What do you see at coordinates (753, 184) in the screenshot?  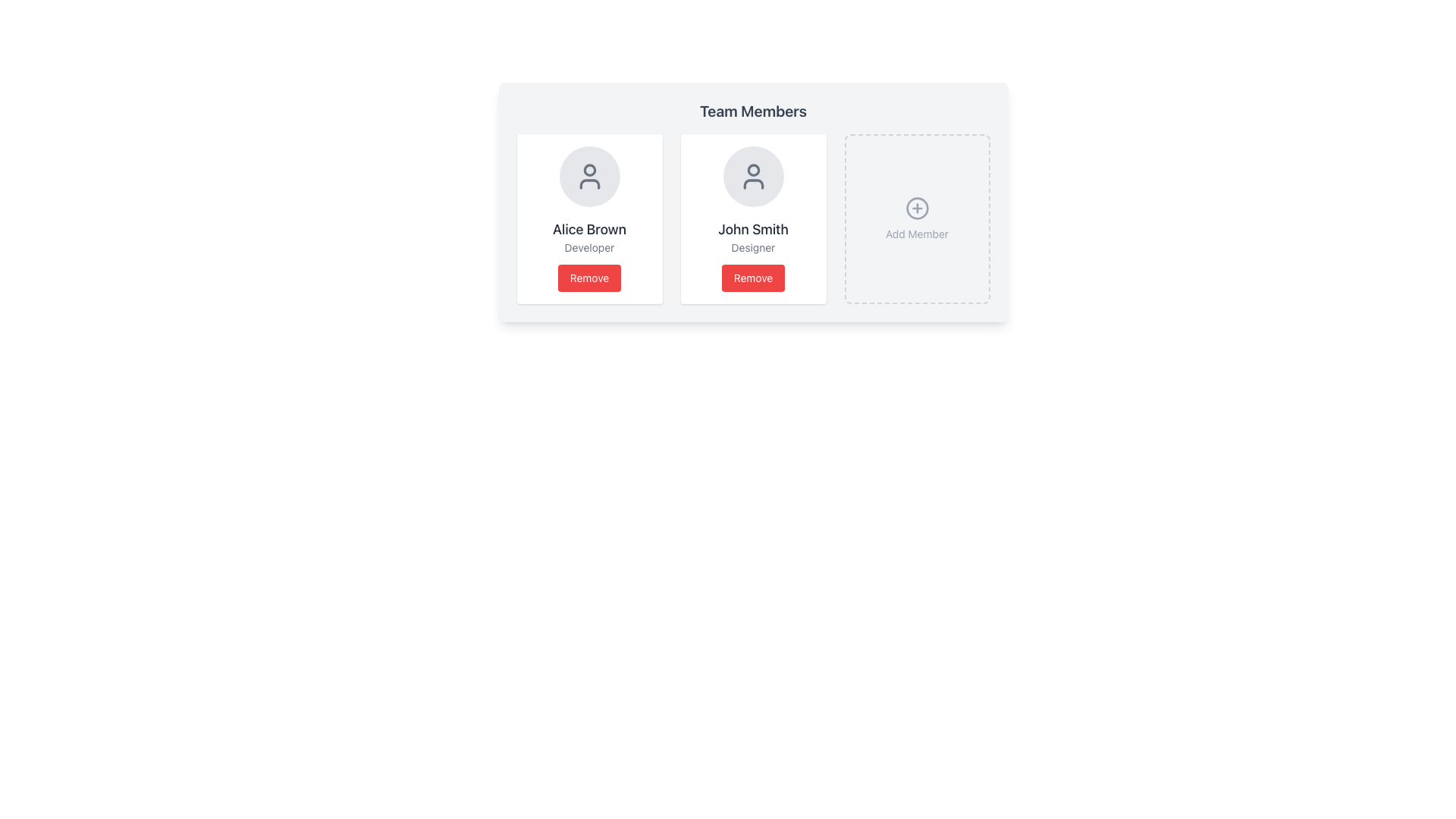 I see `the graphical vector shape representing a person, located under the 'John Smith' label and adjacent to the red 'Remove' button` at bounding box center [753, 184].